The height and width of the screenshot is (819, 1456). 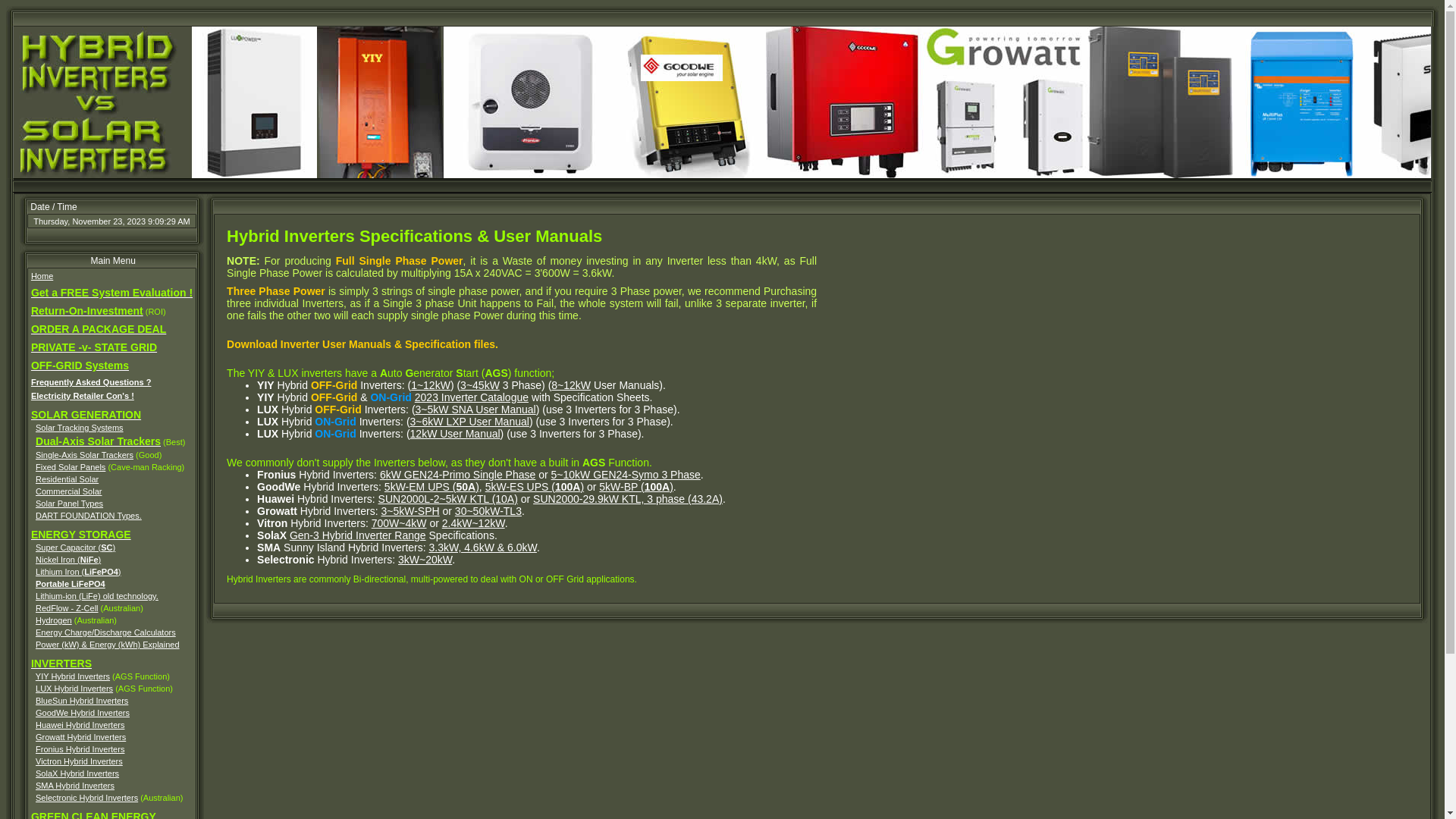 What do you see at coordinates (42, 275) in the screenshot?
I see `'Home'` at bounding box center [42, 275].